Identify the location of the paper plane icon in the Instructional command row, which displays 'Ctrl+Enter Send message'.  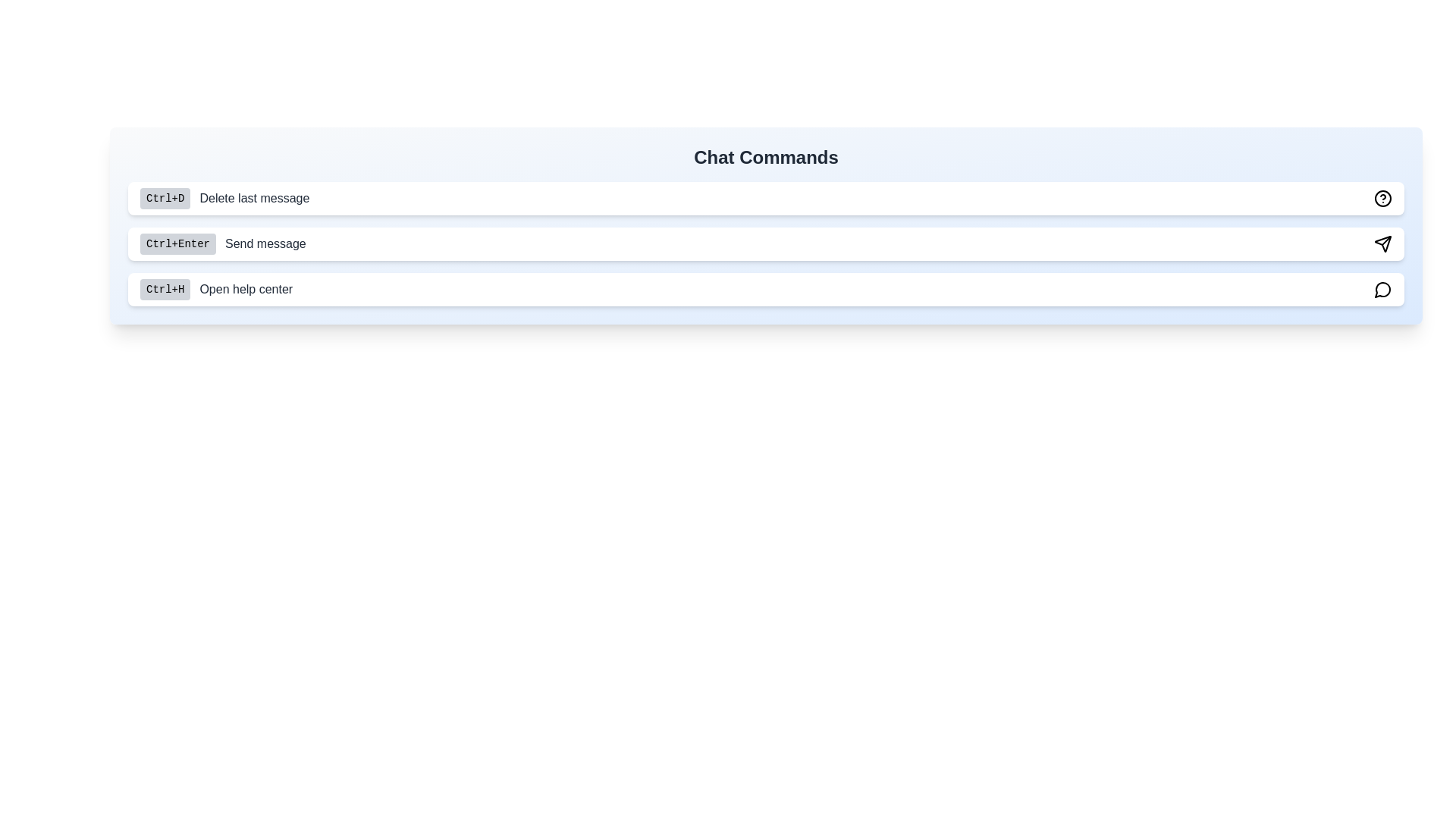
(766, 243).